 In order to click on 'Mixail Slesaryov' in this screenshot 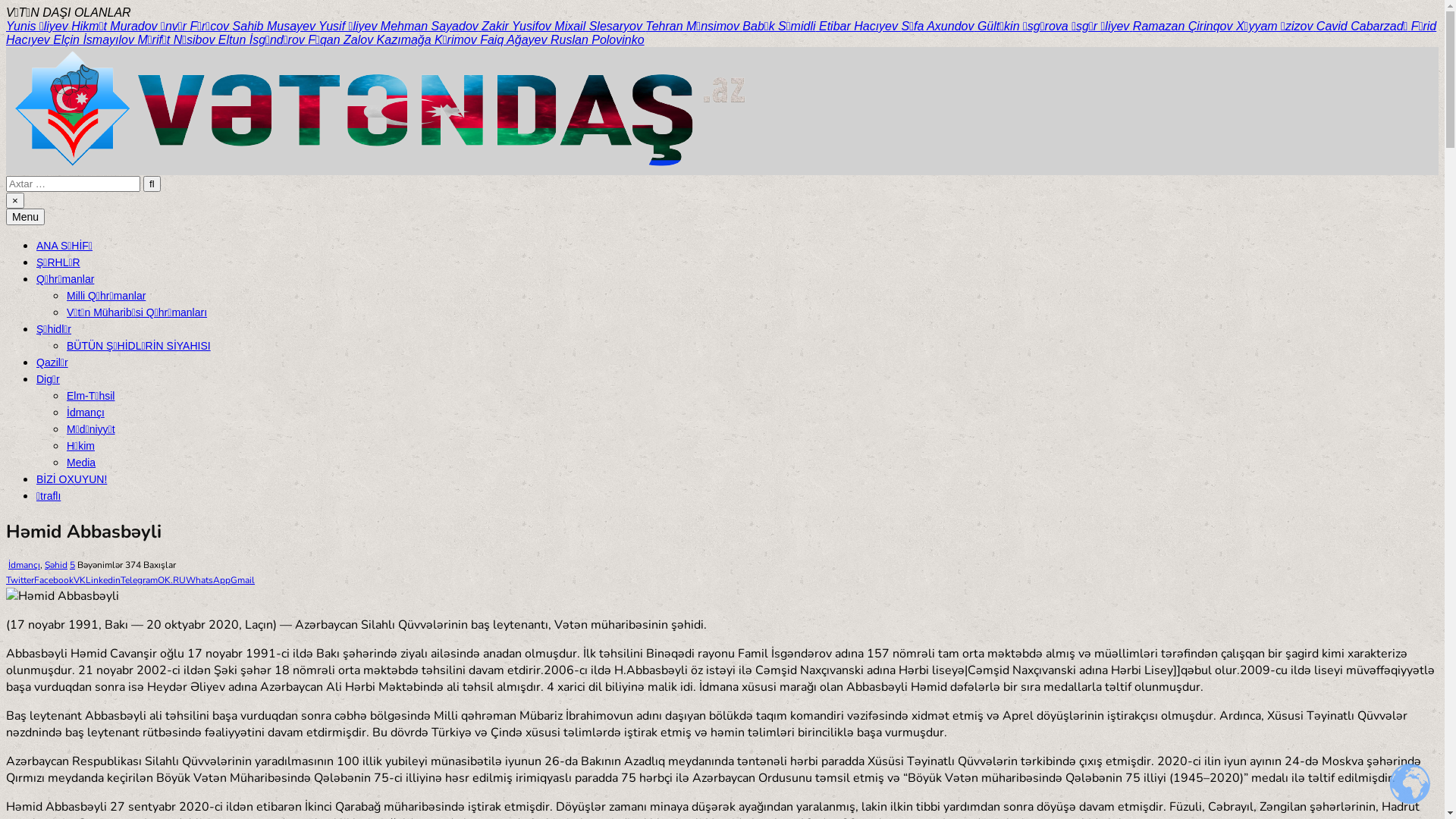, I will do `click(599, 26)`.